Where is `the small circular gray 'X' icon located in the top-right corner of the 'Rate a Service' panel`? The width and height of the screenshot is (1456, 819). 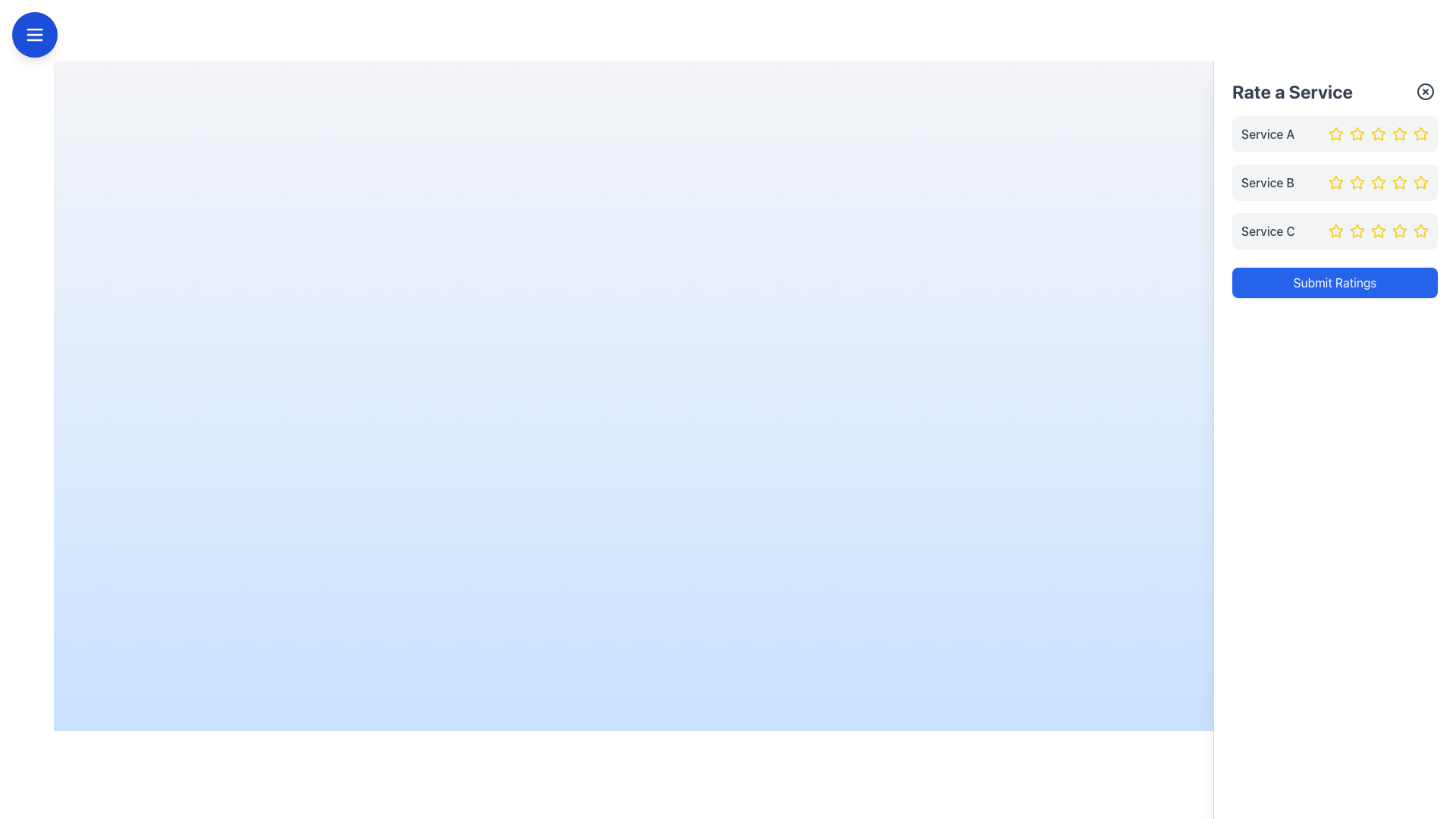
the small circular gray 'X' icon located in the top-right corner of the 'Rate a Service' panel is located at coordinates (1425, 91).